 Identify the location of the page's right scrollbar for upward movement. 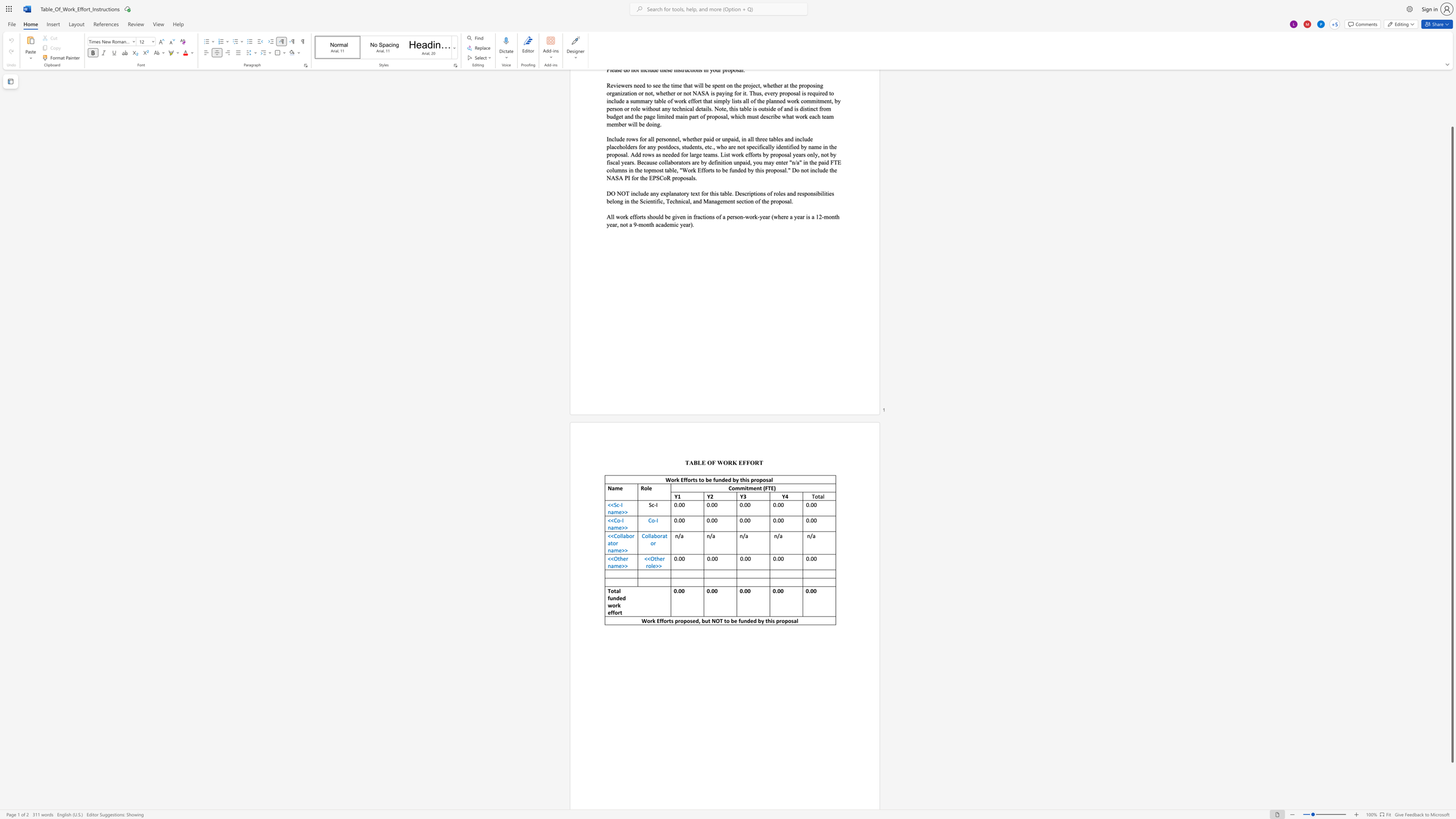
(1451, 109).